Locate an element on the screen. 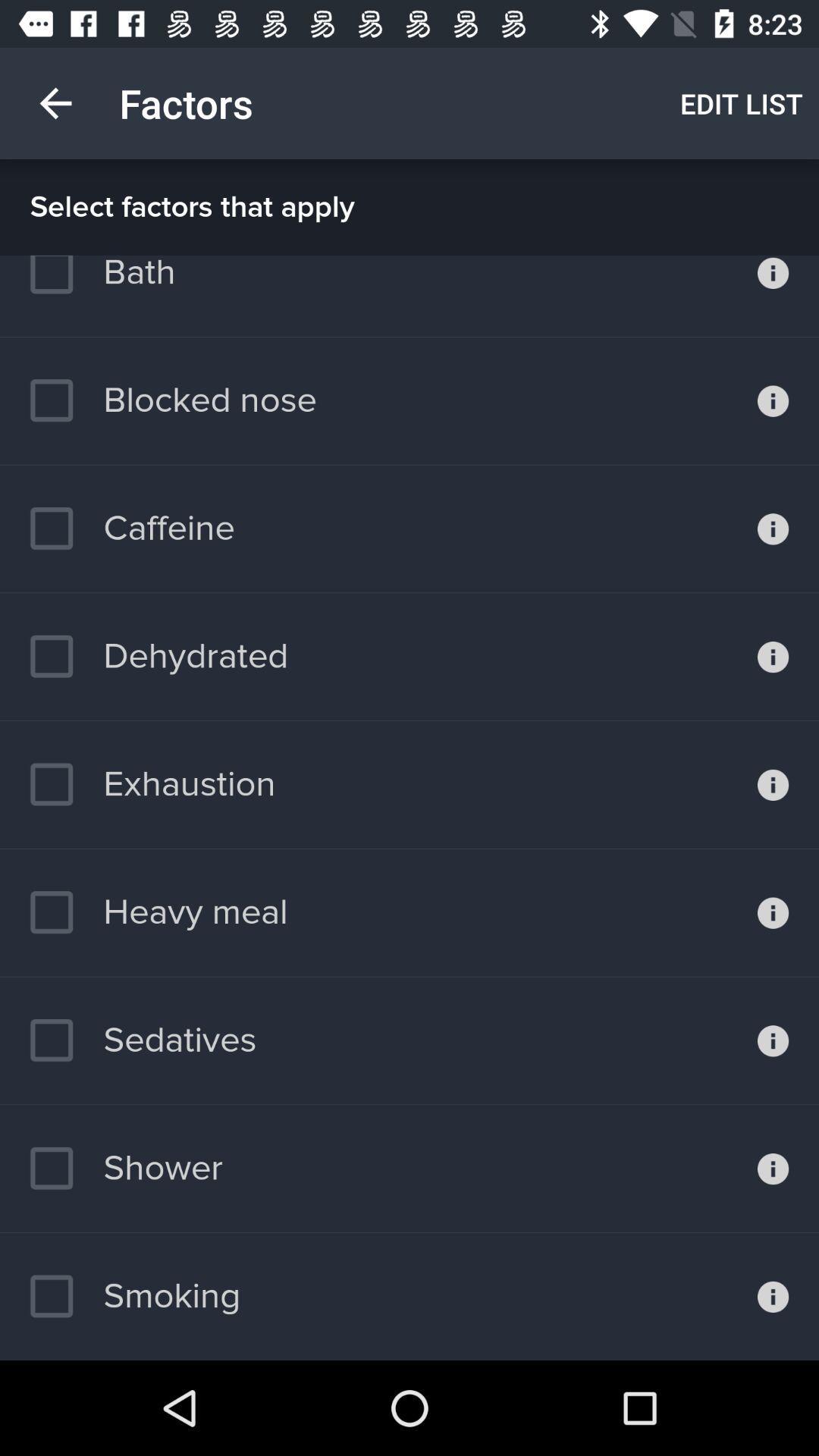 The image size is (819, 1456). open that option is located at coordinates (773, 1295).